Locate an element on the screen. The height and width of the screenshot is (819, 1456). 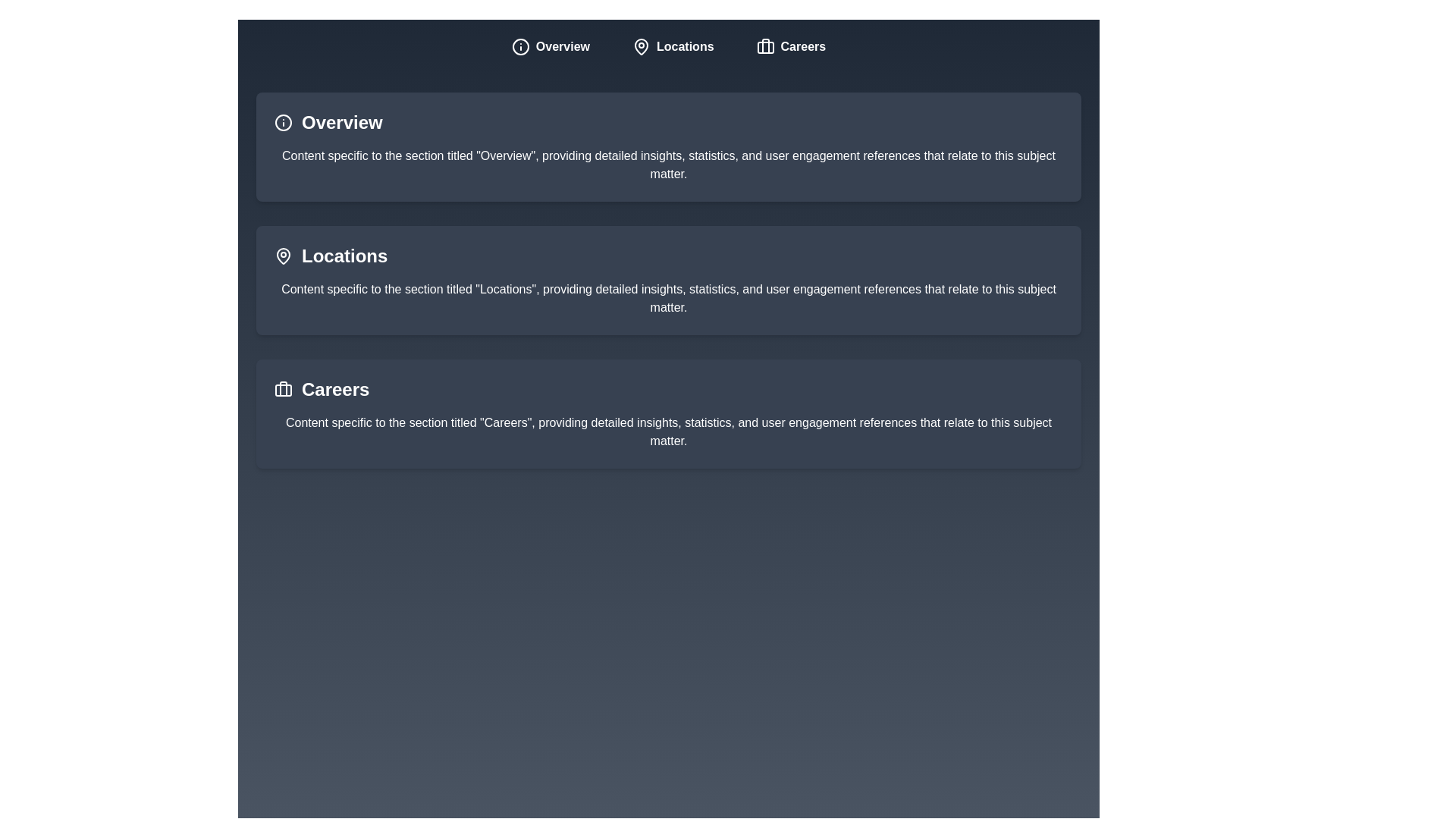
the decorative shape representing the briefcase icon in the navigation bar labeled 'Careers' is located at coordinates (765, 46).